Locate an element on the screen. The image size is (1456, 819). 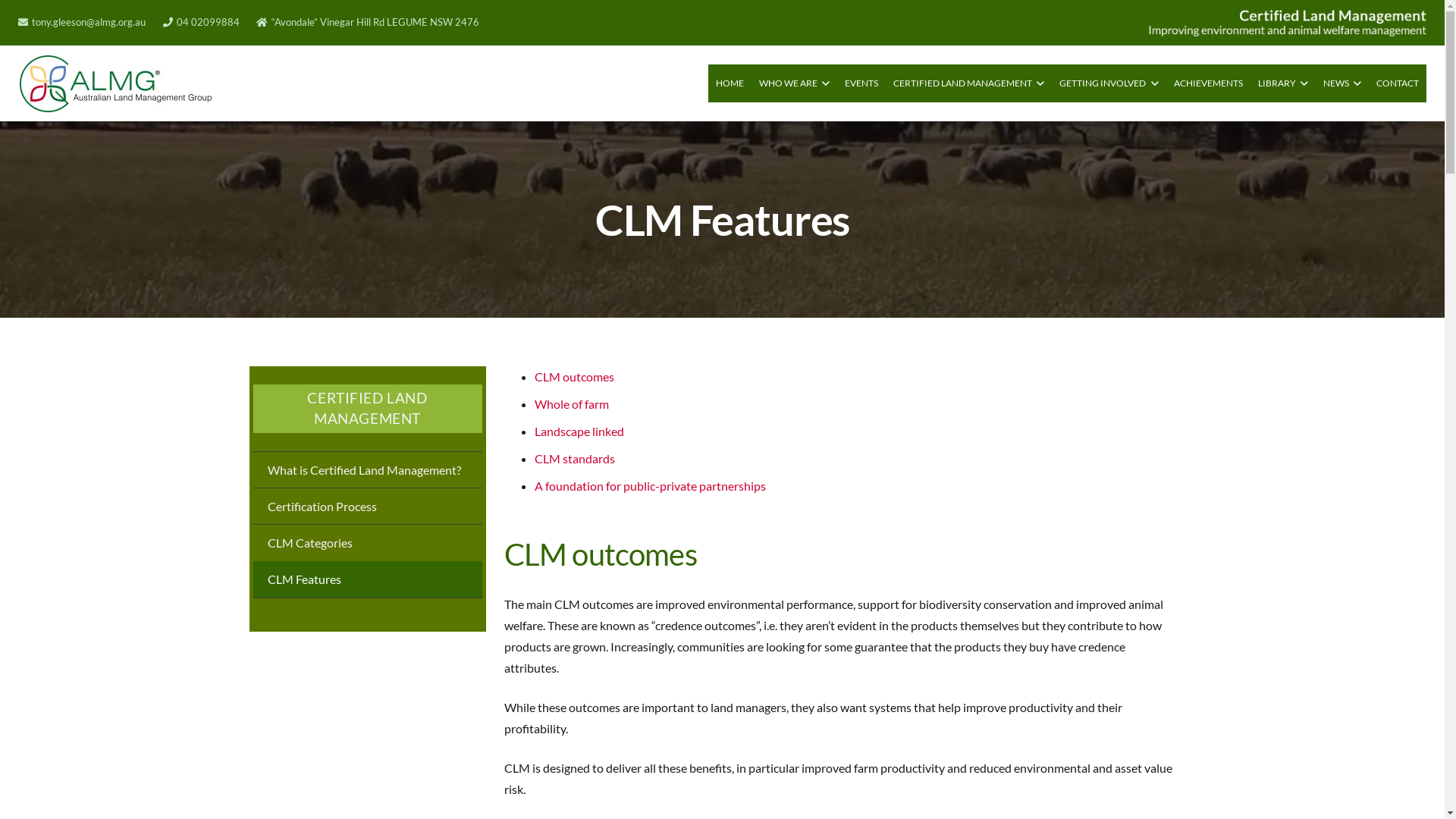
'What is Certified Land Management?' is located at coordinates (367, 468).